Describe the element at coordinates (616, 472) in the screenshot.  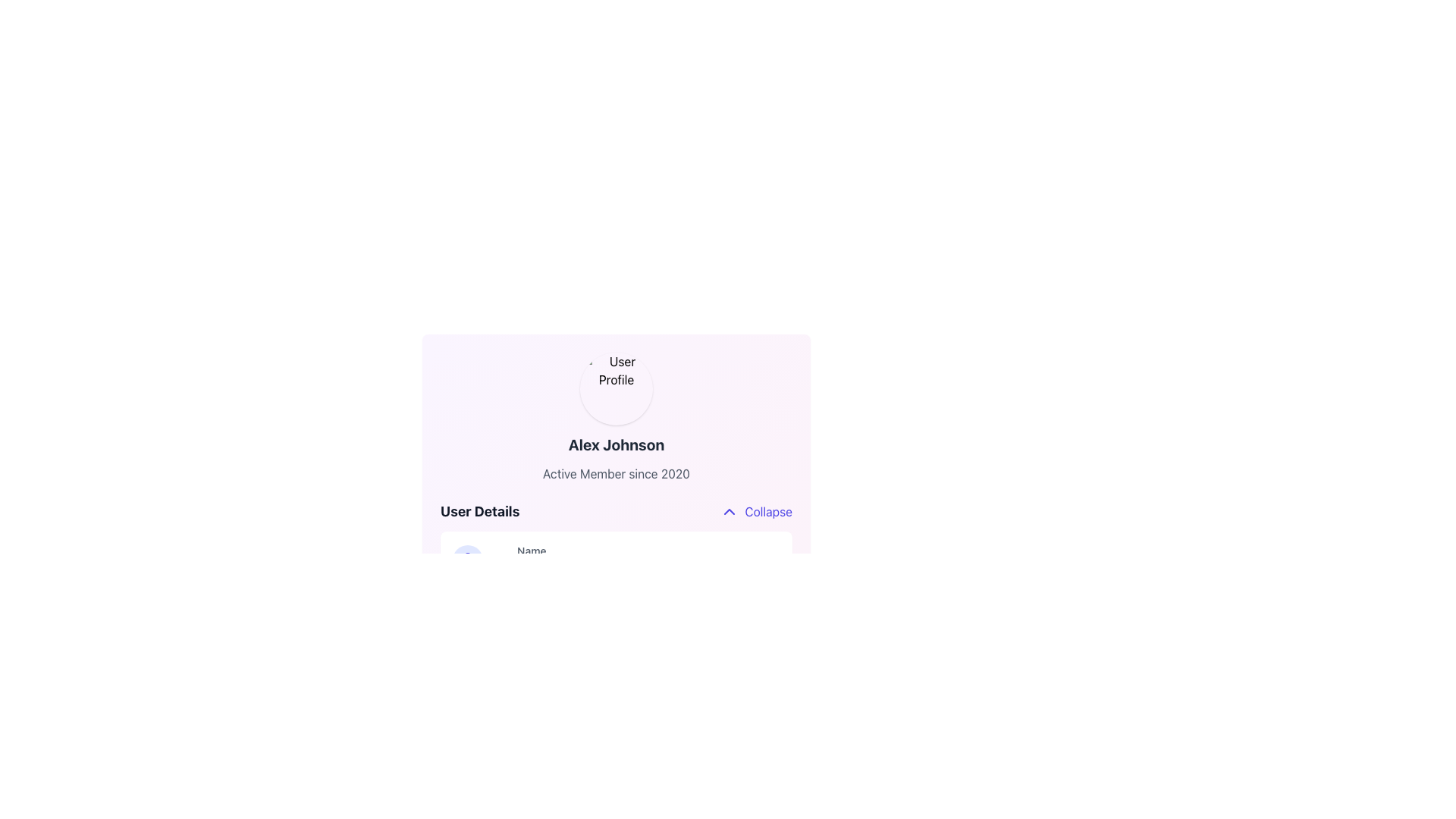
I see `the text label displaying 'Active Member since 2020', which is a descriptive subtitle below 'Alex Johnson'` at that location.